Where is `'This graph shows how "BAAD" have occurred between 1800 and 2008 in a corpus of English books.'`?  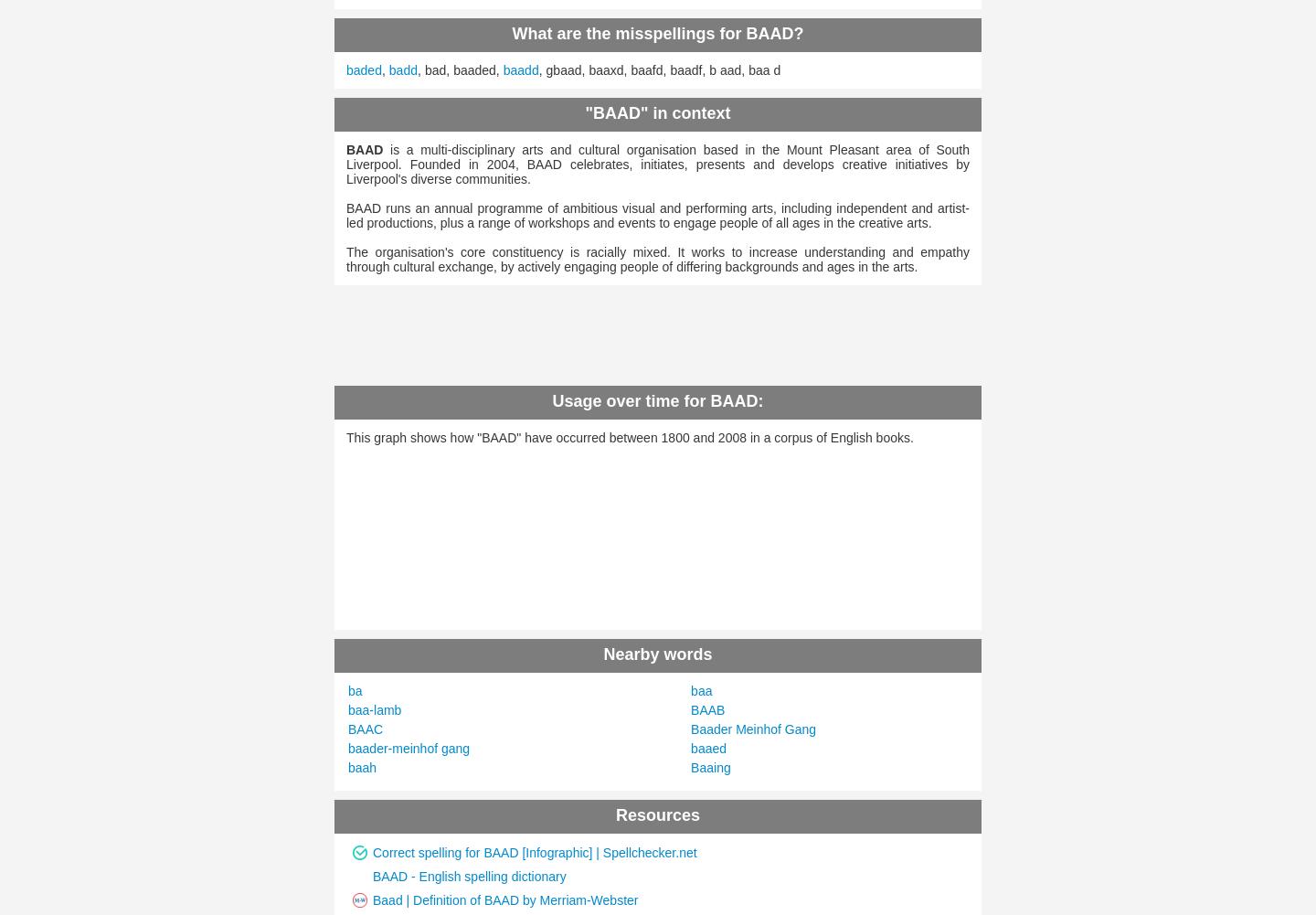
'This graph shows how "BAAD" have occurred between 1800 and 2008 in a corpus of English books.' is located at coordinates (630, 437).